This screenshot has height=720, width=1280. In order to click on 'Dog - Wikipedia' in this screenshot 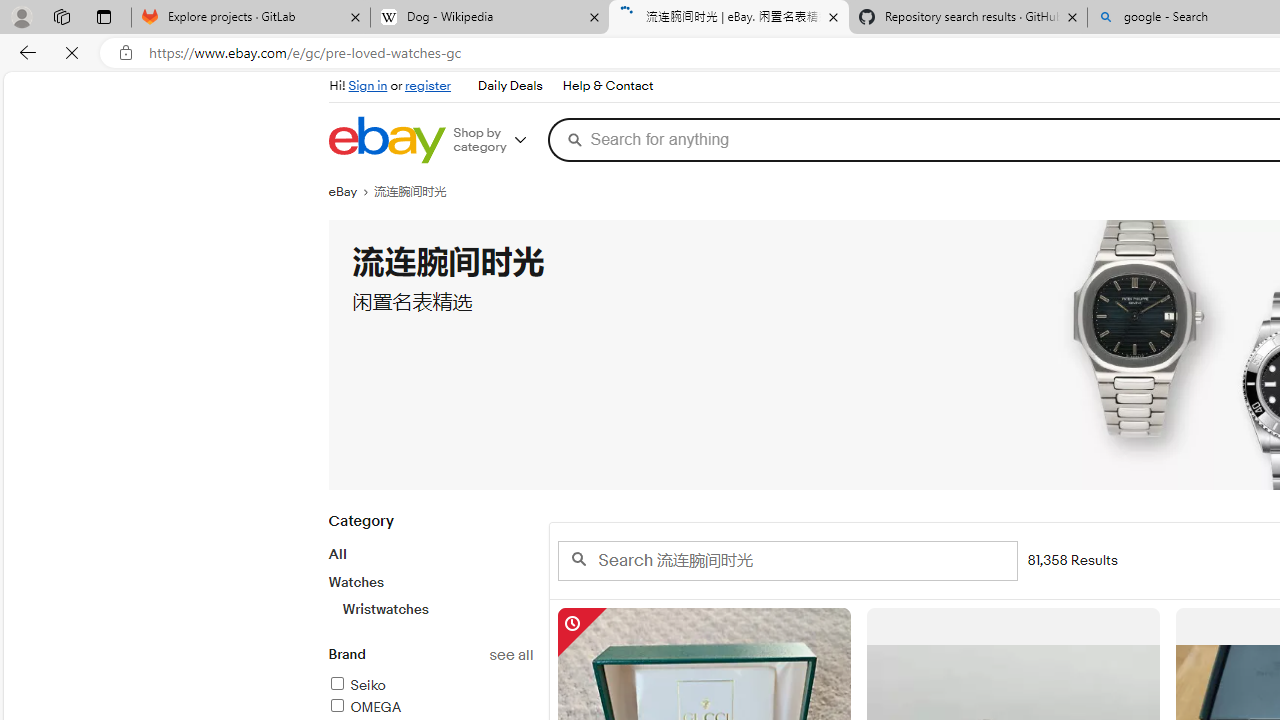, I will do `click(490, 17)`.